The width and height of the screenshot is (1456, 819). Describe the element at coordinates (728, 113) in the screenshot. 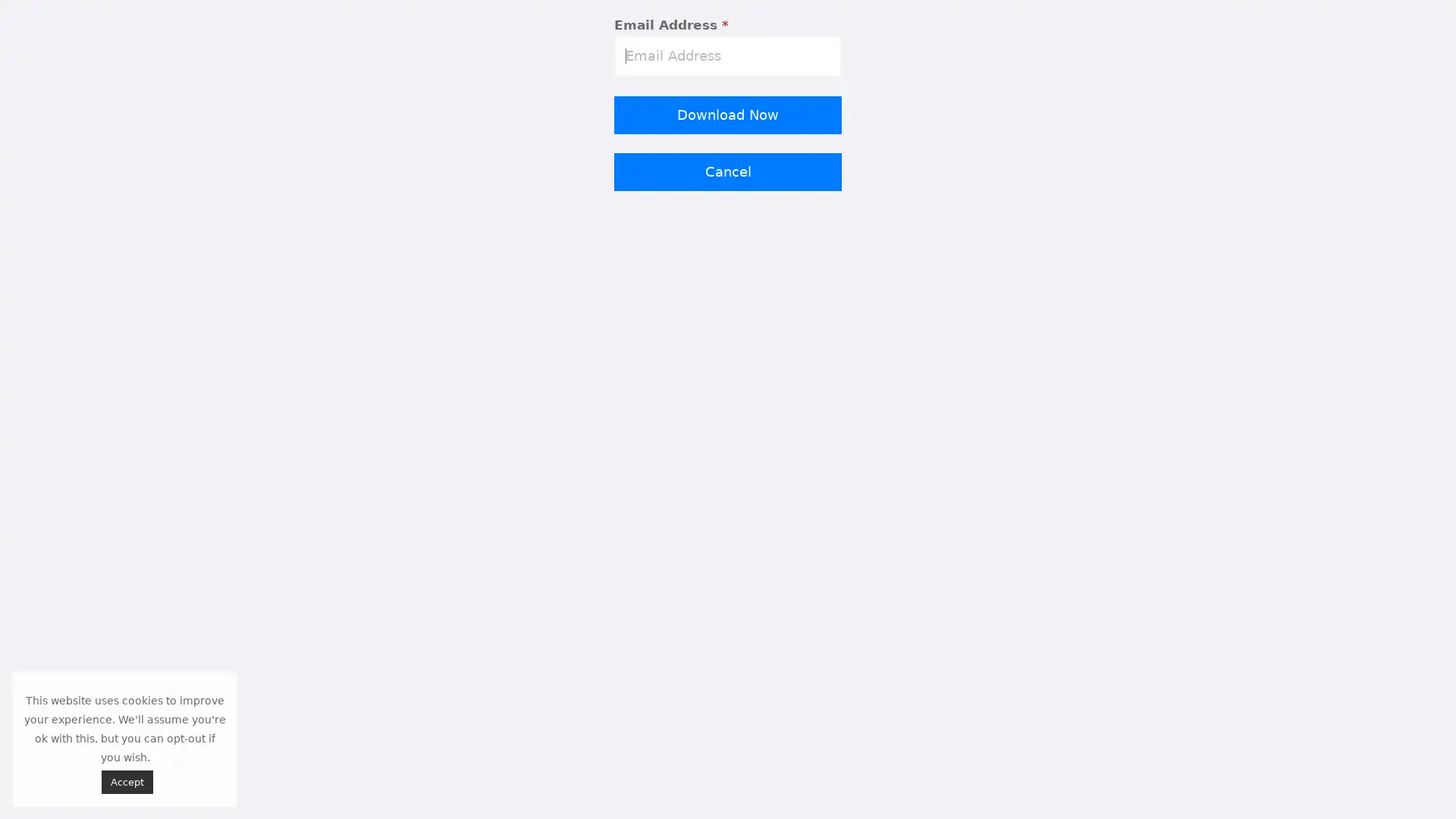

I see `Download Now` at that location.